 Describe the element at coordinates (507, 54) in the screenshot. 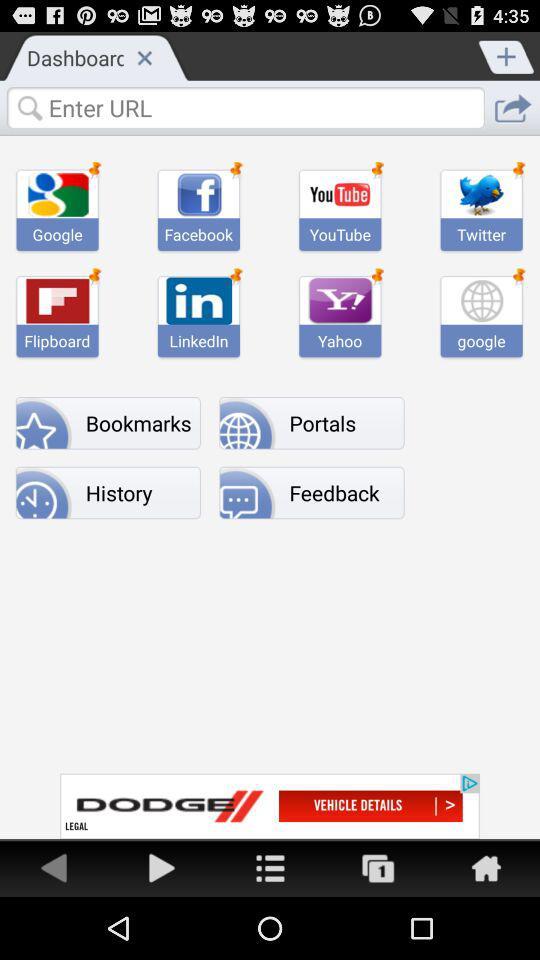

I see `new tab` at that location.